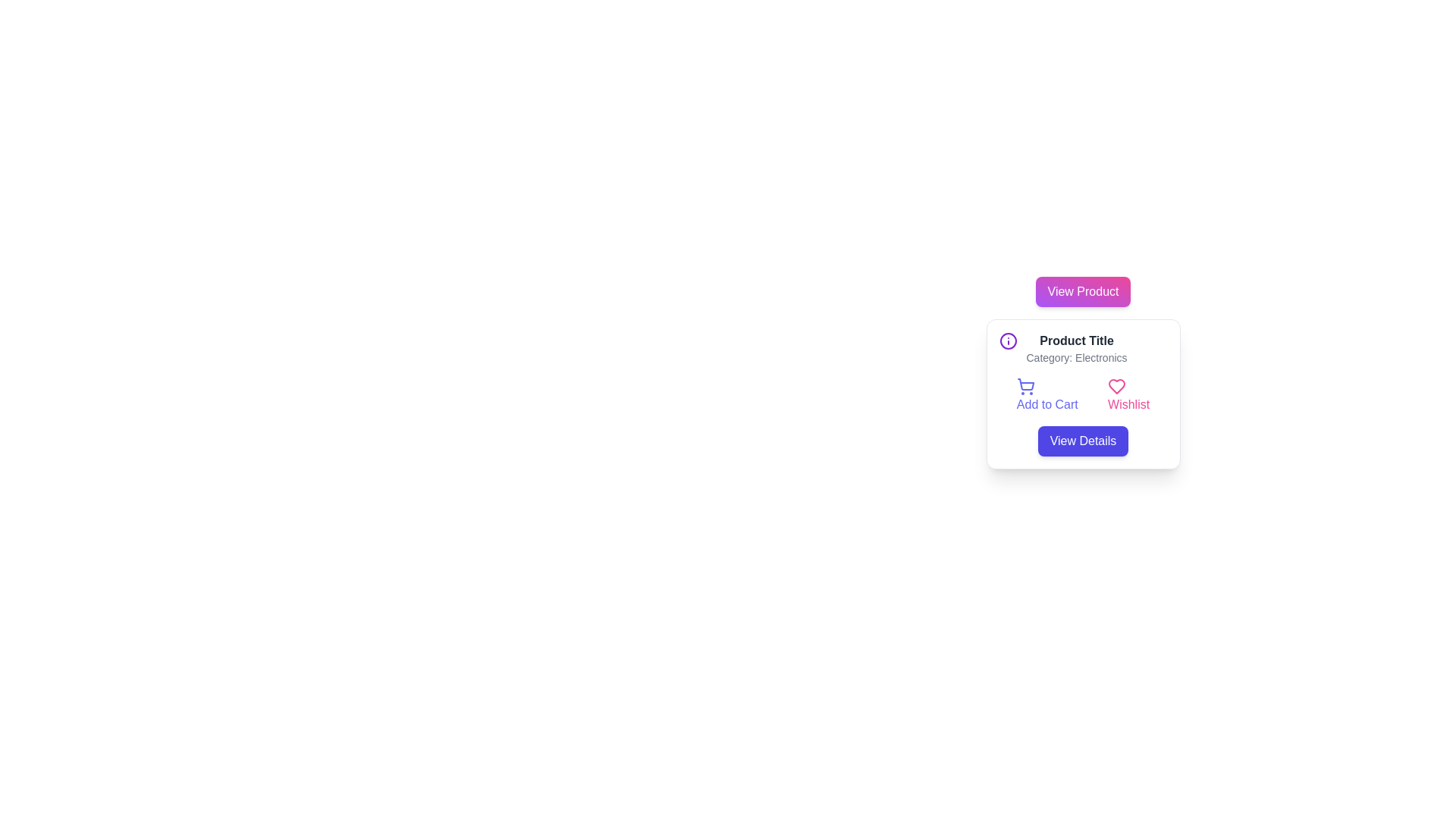 The height and width of the screenshot is (819, 1456). What do you see at coordinates (1082, 441) in the screenshot?
I see `the button located at the bottom of the product card, which provides access to more detailed information about the product` at bounding box center [1082, 441].